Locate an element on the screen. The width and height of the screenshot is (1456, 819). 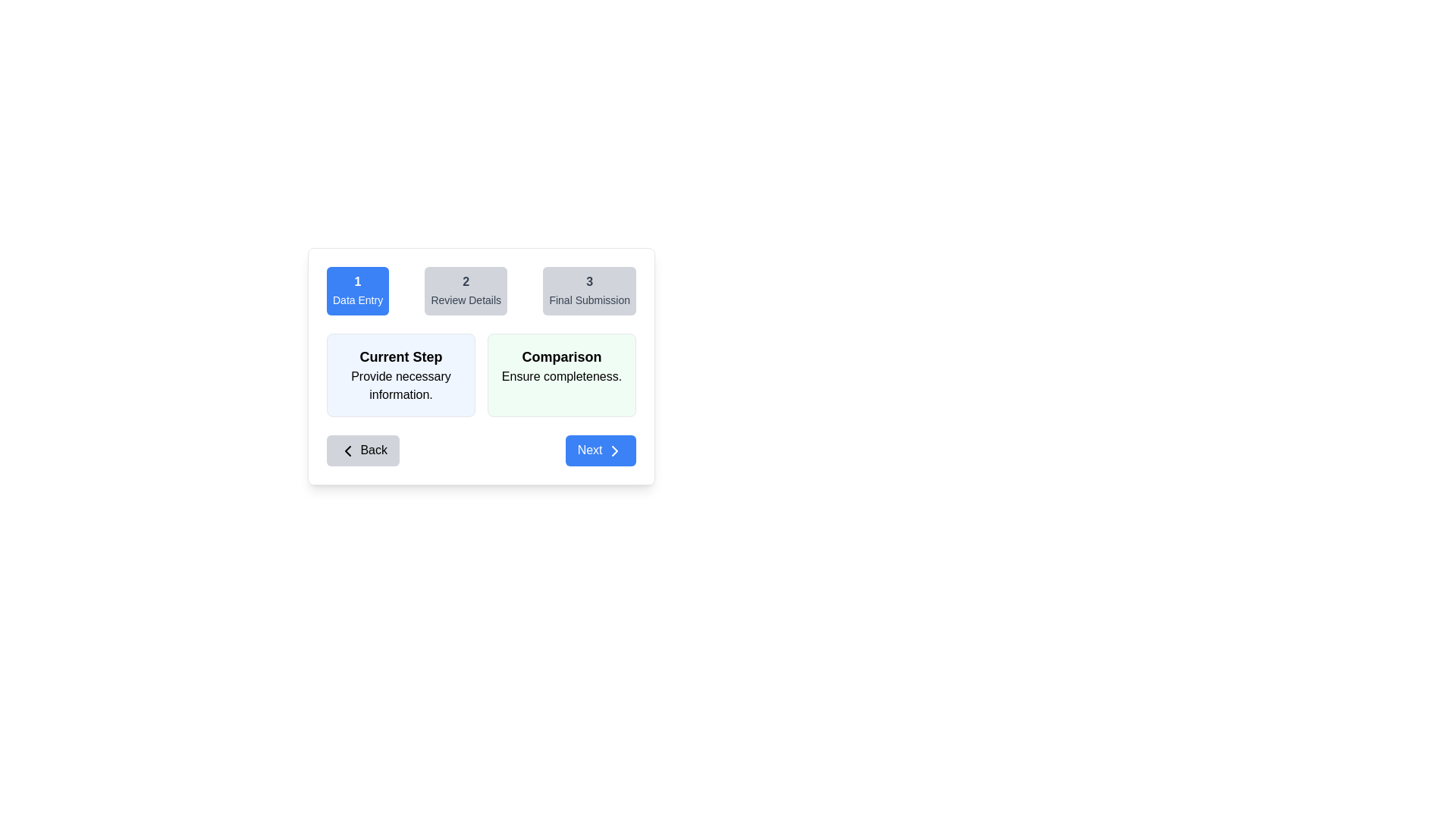
the 'Review Details' step indicator, which is the middle component among three buttons indicating the progression in a multi-step process is located at coordinates (465, 291).